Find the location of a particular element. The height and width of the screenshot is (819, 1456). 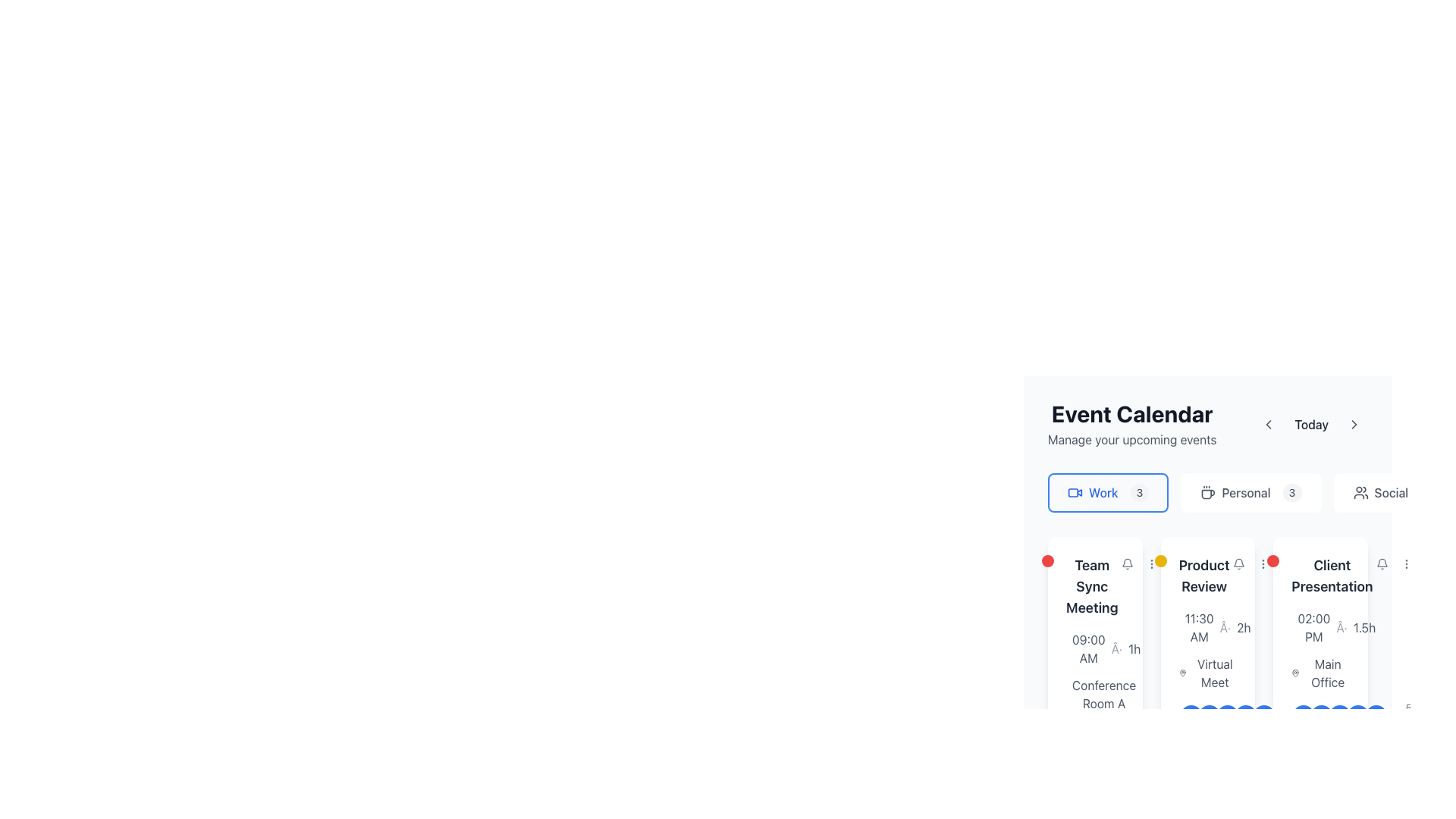

the Text display component that shows the time ('09:00 AM'), duration ('1h'), and location ('Conference Room A') within the 'Team Sync Meeting' card, located on the leftmost side of the event cards is located at coordinates (1095, 704).